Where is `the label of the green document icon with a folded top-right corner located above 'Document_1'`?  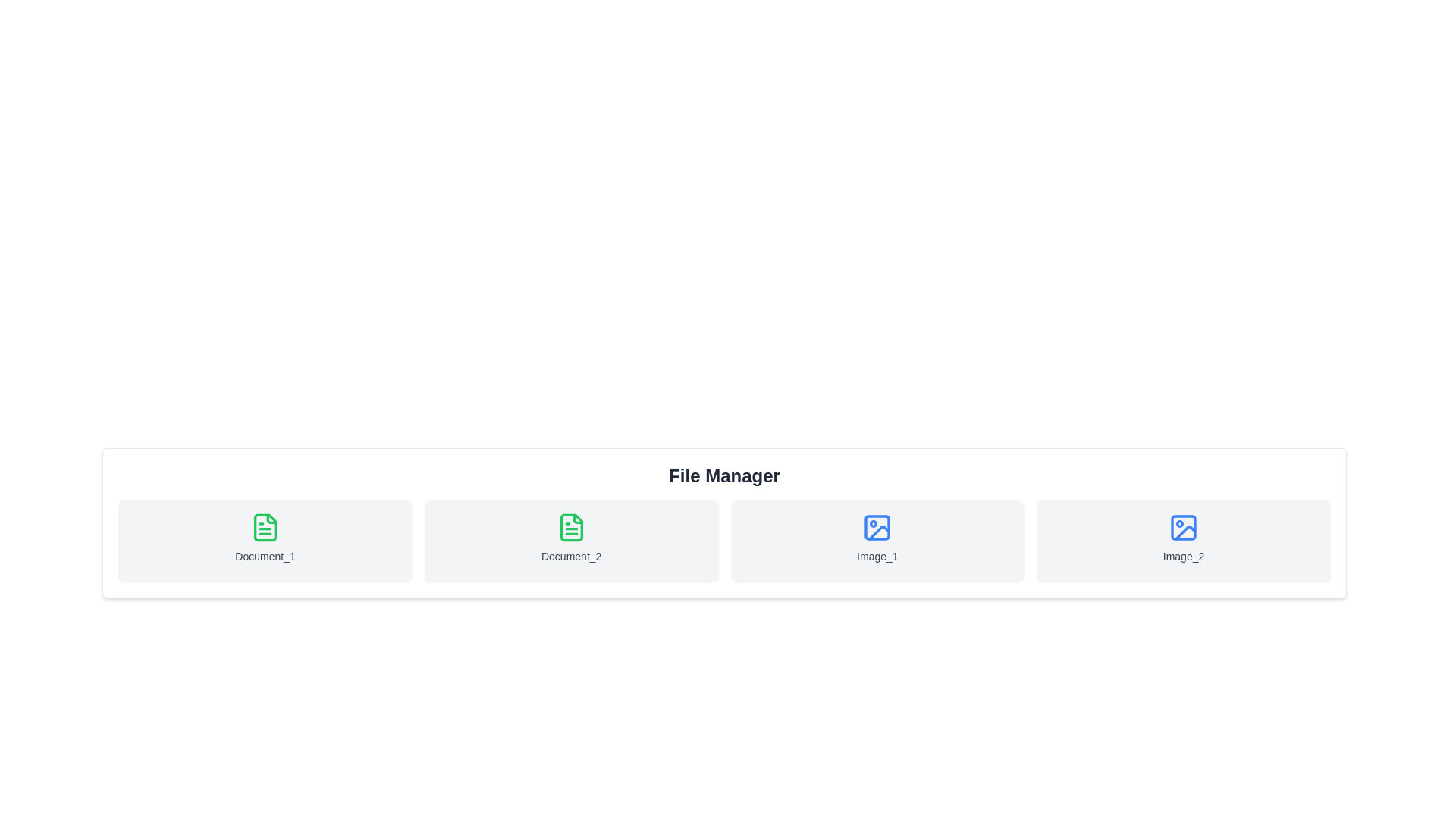
the label of the green document icon with a folded top-right corner located above 'Document_1' is located at coordinates (265, 526).